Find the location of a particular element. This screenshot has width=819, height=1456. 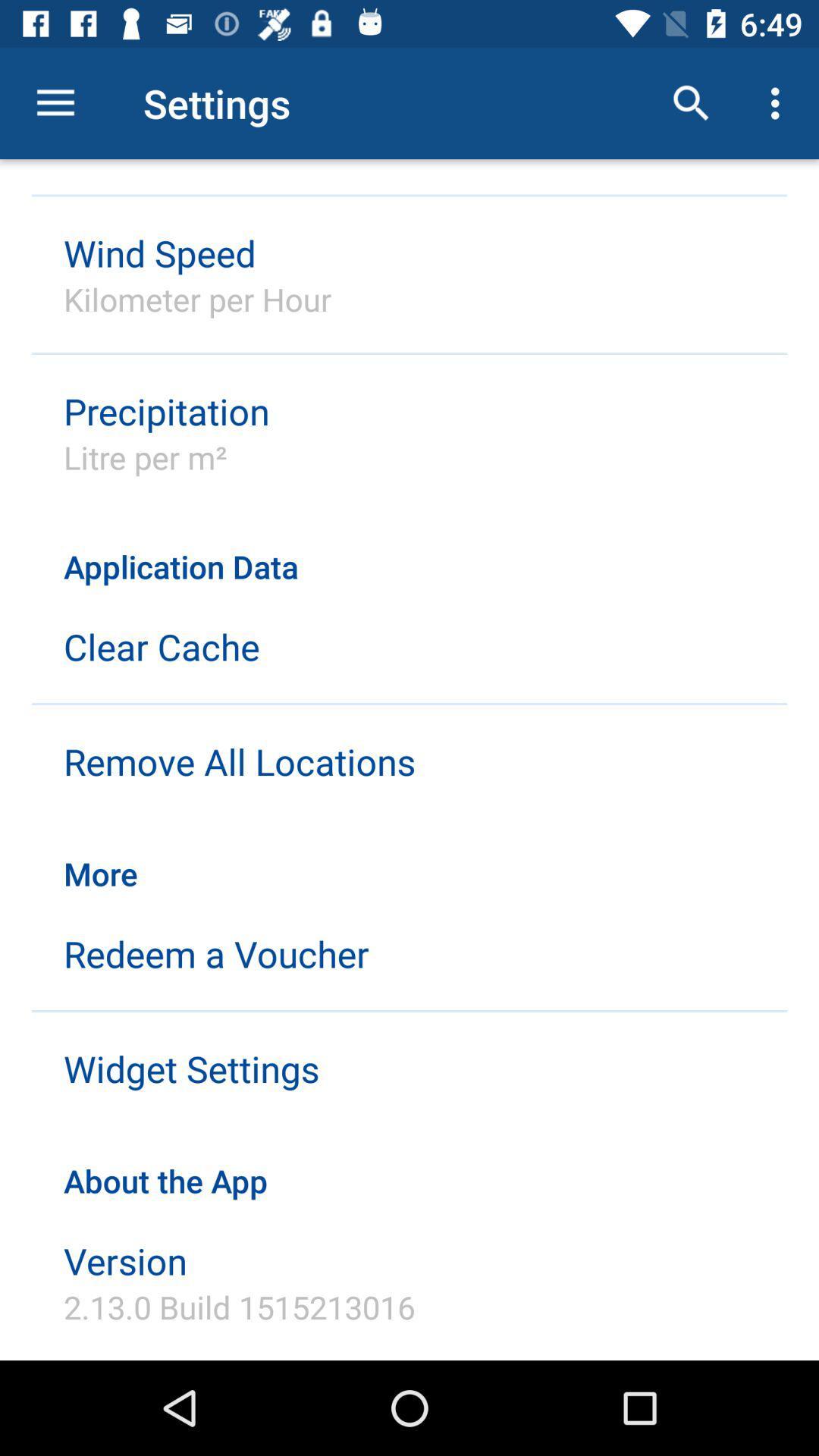

the item below the application data is located at coordinates (162, 646).